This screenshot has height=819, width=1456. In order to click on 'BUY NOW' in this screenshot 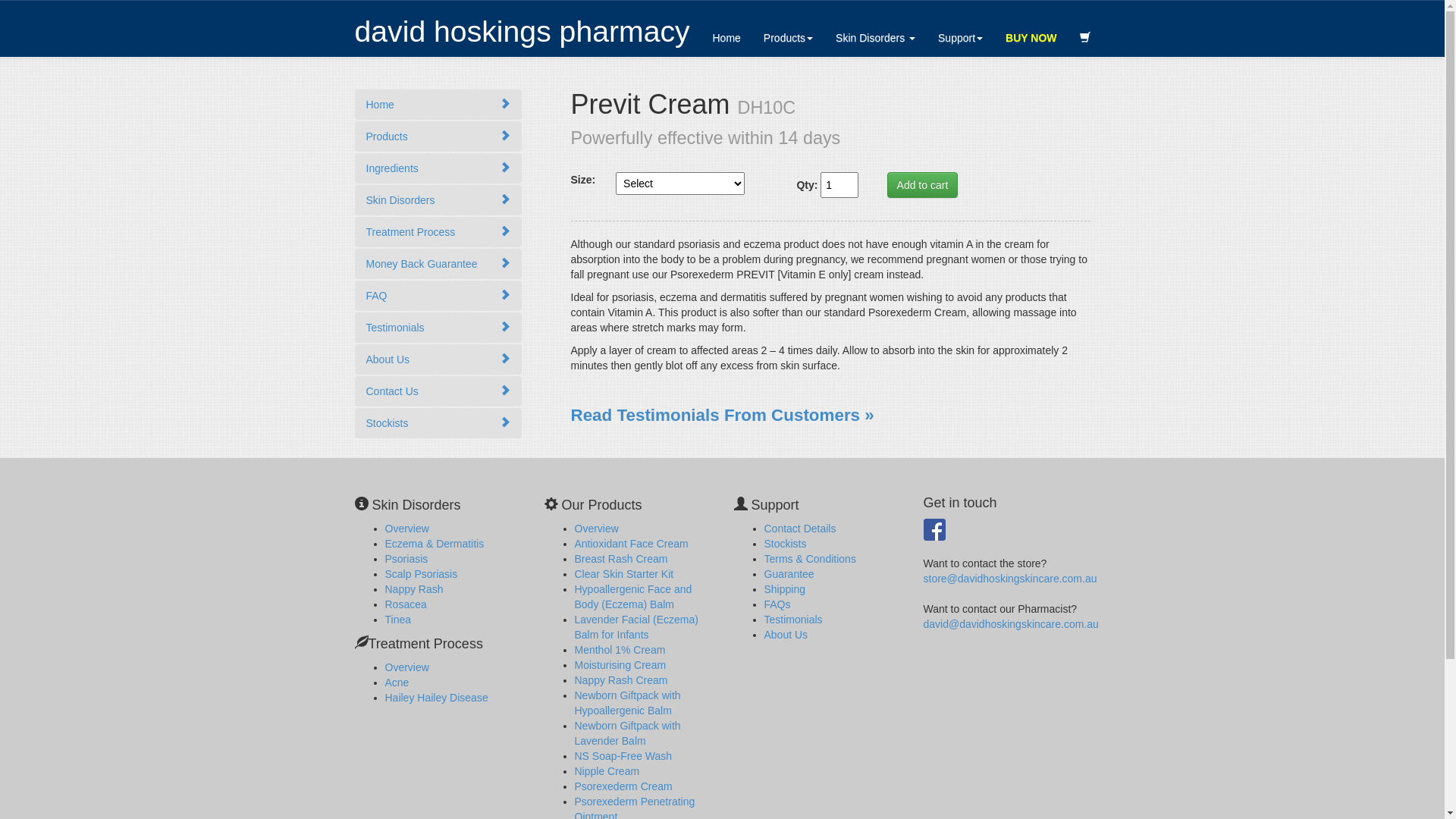, I will do `click(1031, 37)`.